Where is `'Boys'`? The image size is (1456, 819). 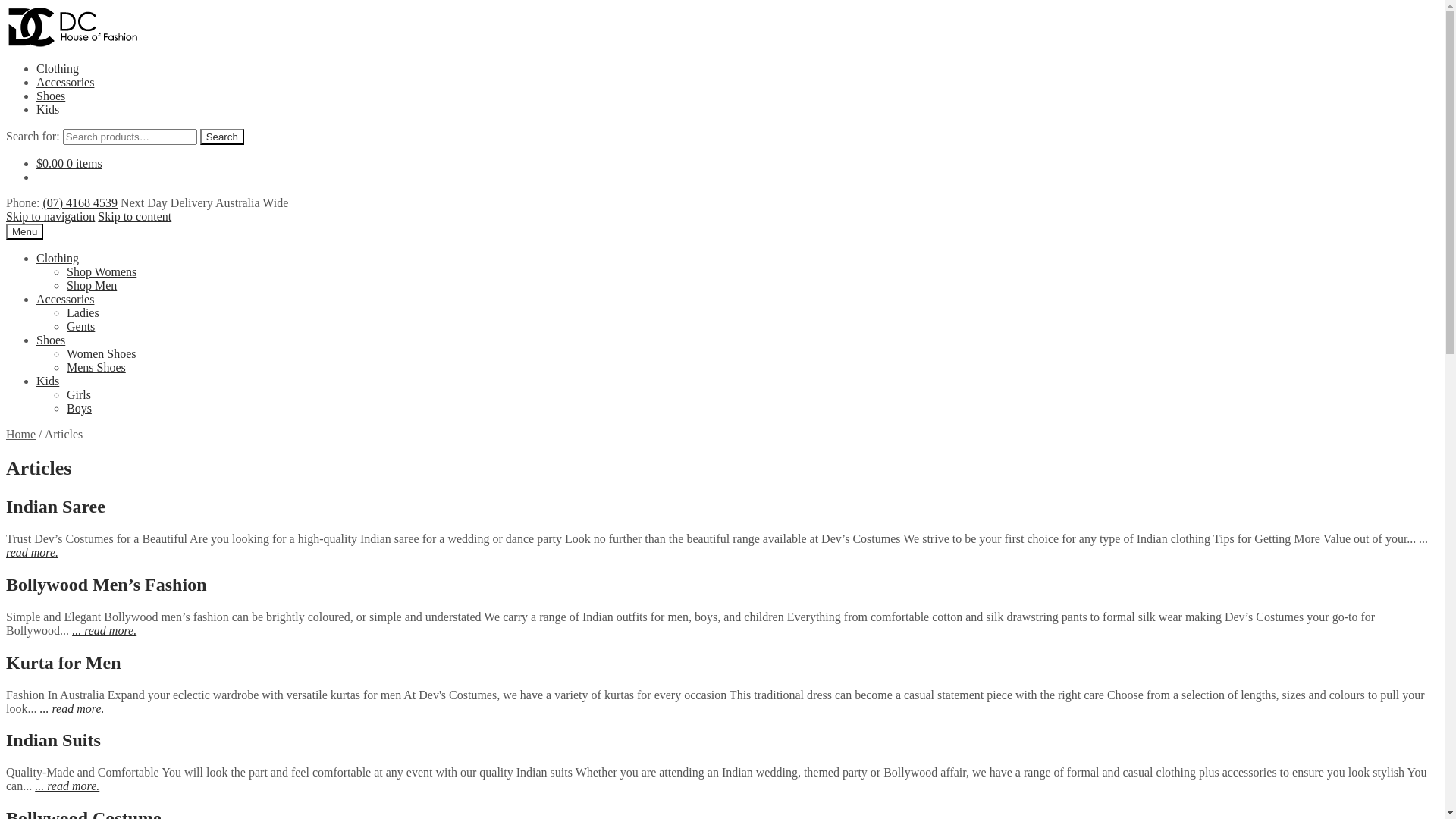 'Boys' is located at coordinates (78, 407).